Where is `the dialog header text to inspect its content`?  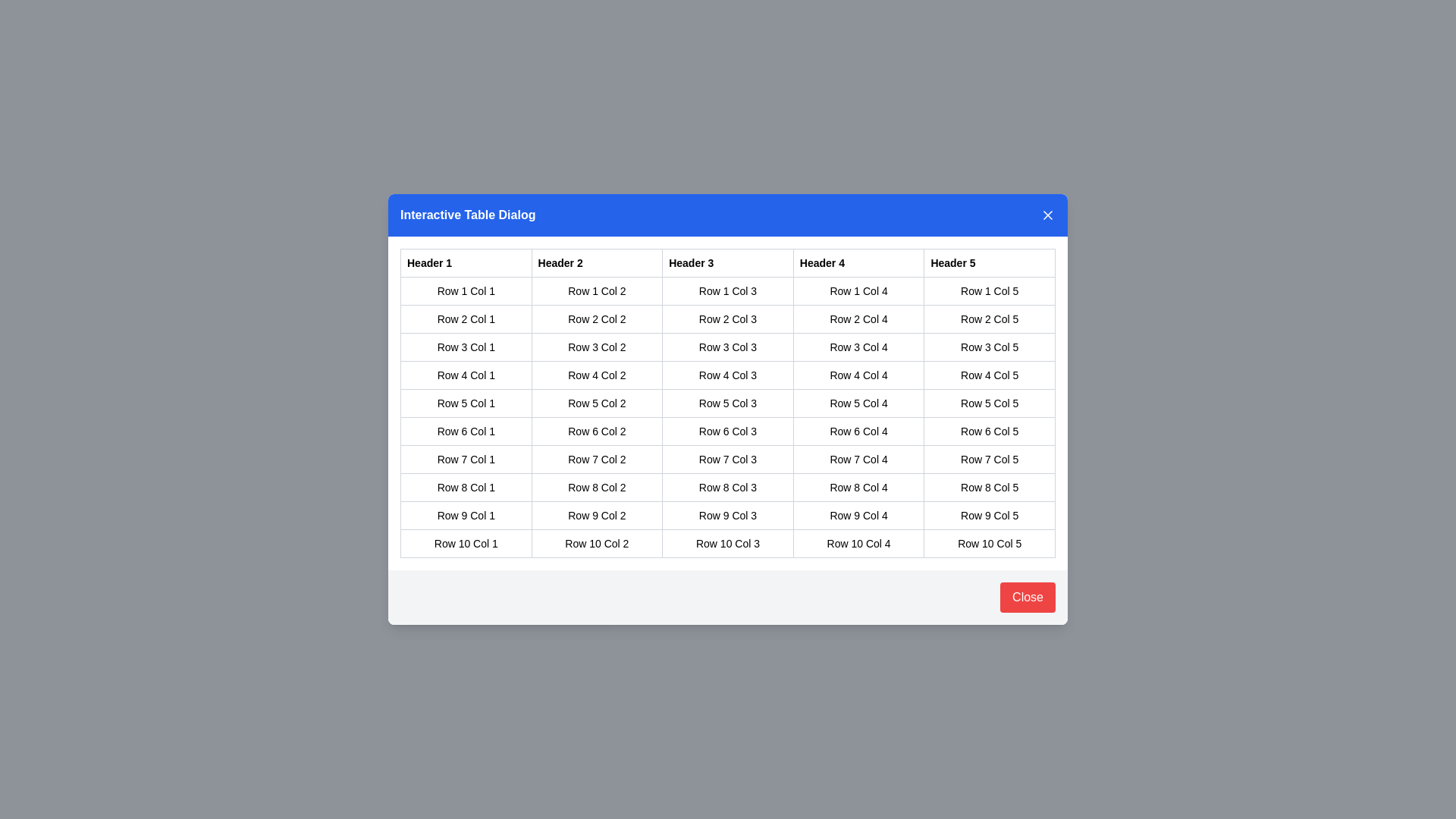 the dialog header text to inspect its content is located at coordinates (728, 215).